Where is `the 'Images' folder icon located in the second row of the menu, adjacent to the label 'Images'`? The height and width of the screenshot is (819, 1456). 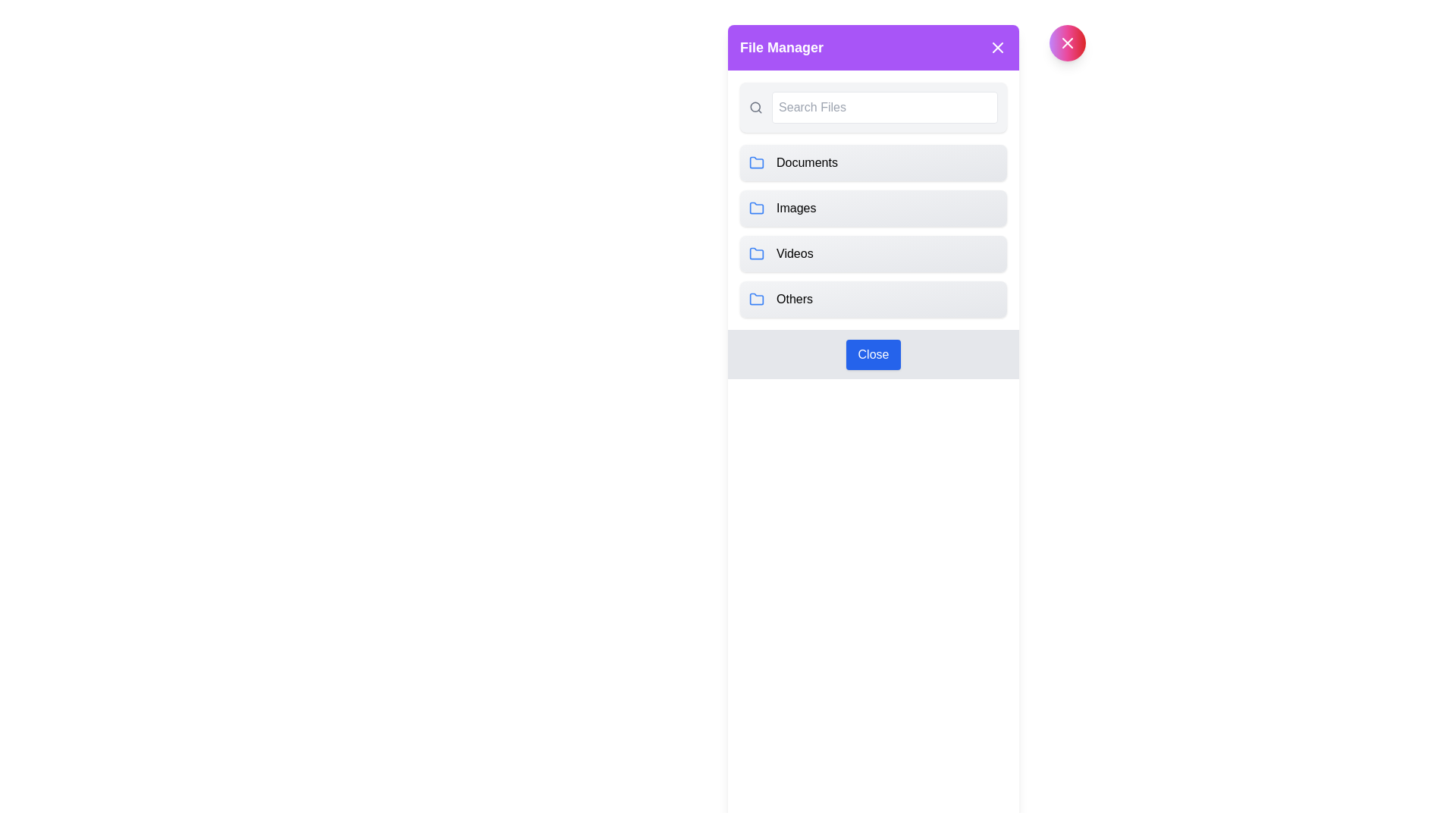
the 'Images' folder icon located in the second row of the menu, adjacent to the label 'Images' is located at coordinates (757, 207).